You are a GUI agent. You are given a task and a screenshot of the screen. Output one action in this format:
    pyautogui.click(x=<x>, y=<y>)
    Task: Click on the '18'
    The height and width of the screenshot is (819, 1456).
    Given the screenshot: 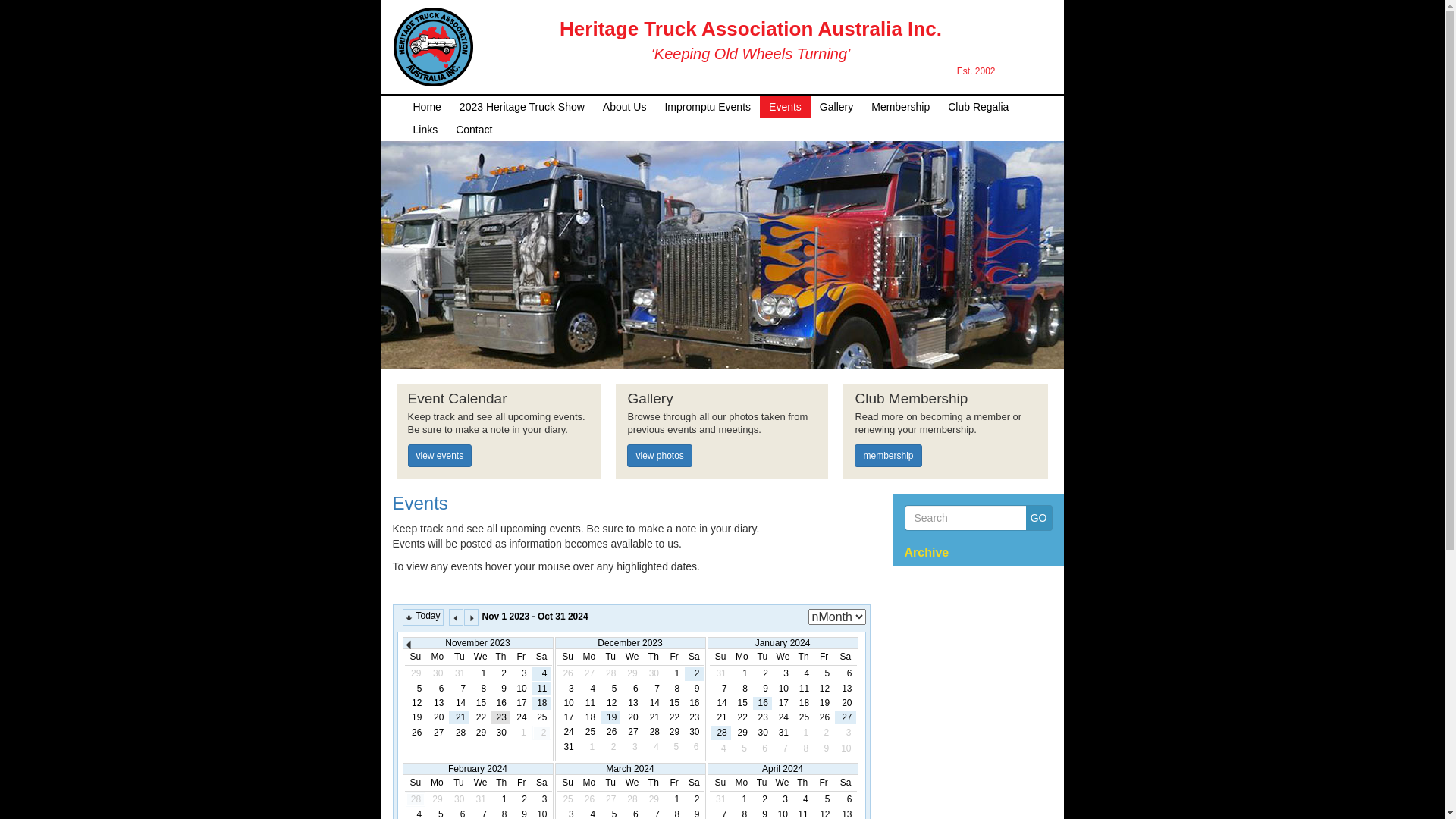 What is the action you would take?
    pyautogui.click(x=541, y=703)
    